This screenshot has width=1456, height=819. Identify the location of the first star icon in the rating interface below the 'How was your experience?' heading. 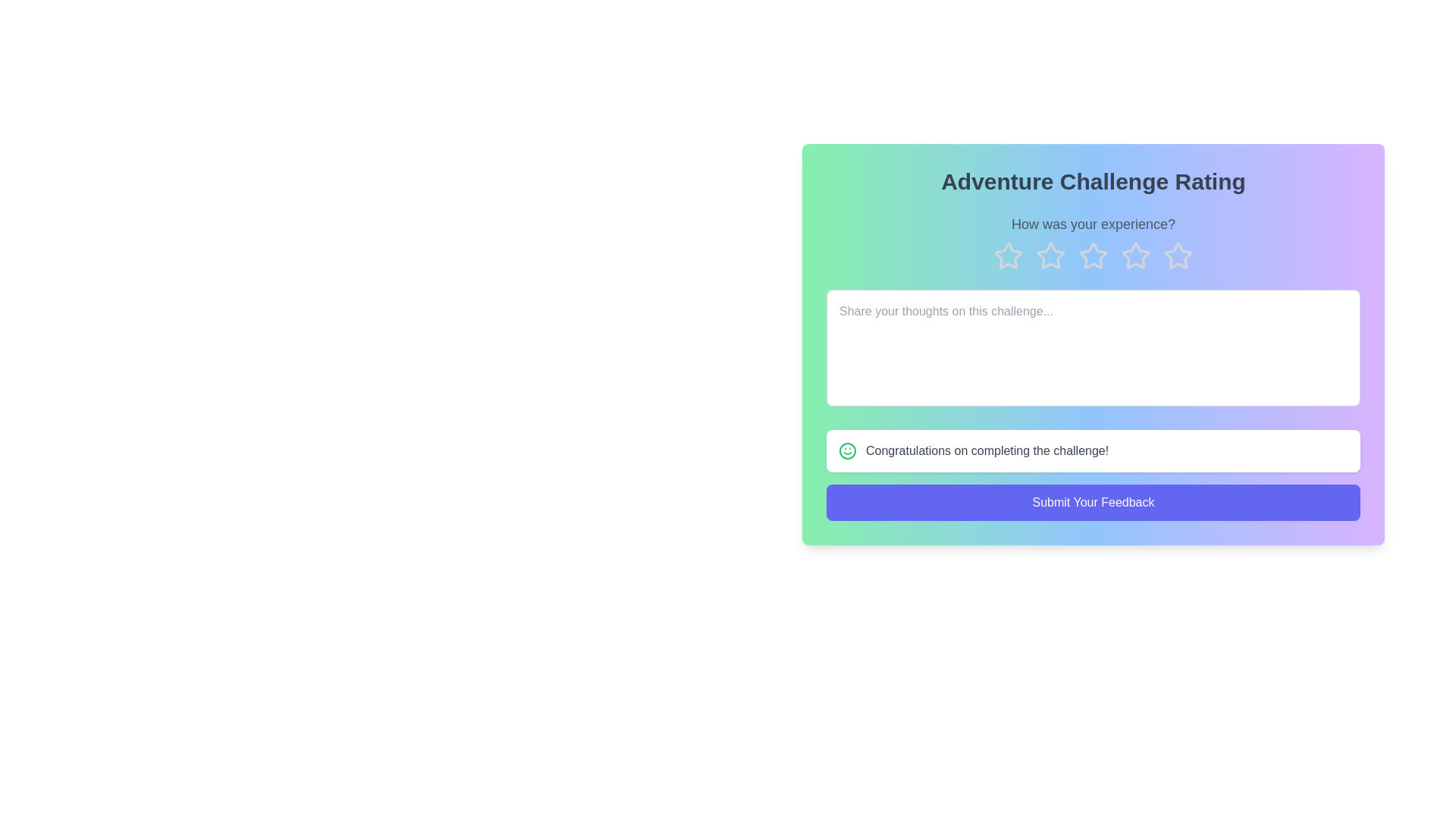
(1008, 256).